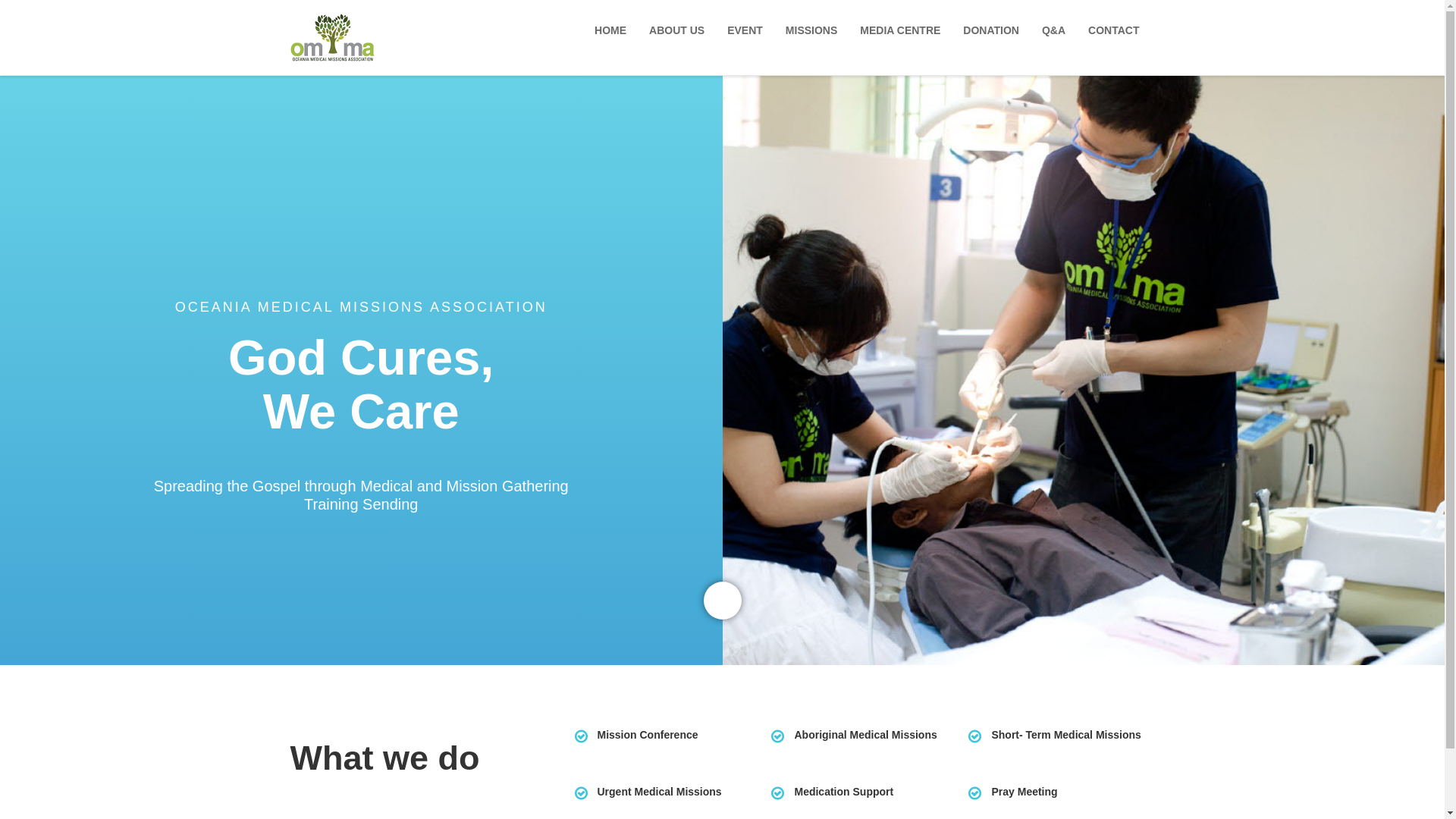 Image resolution: width=1456 pixels, height=819 pixels. Describe the element at coordinates (1117, 30) in the screenshot. I see `'CONTACT'` at that location.